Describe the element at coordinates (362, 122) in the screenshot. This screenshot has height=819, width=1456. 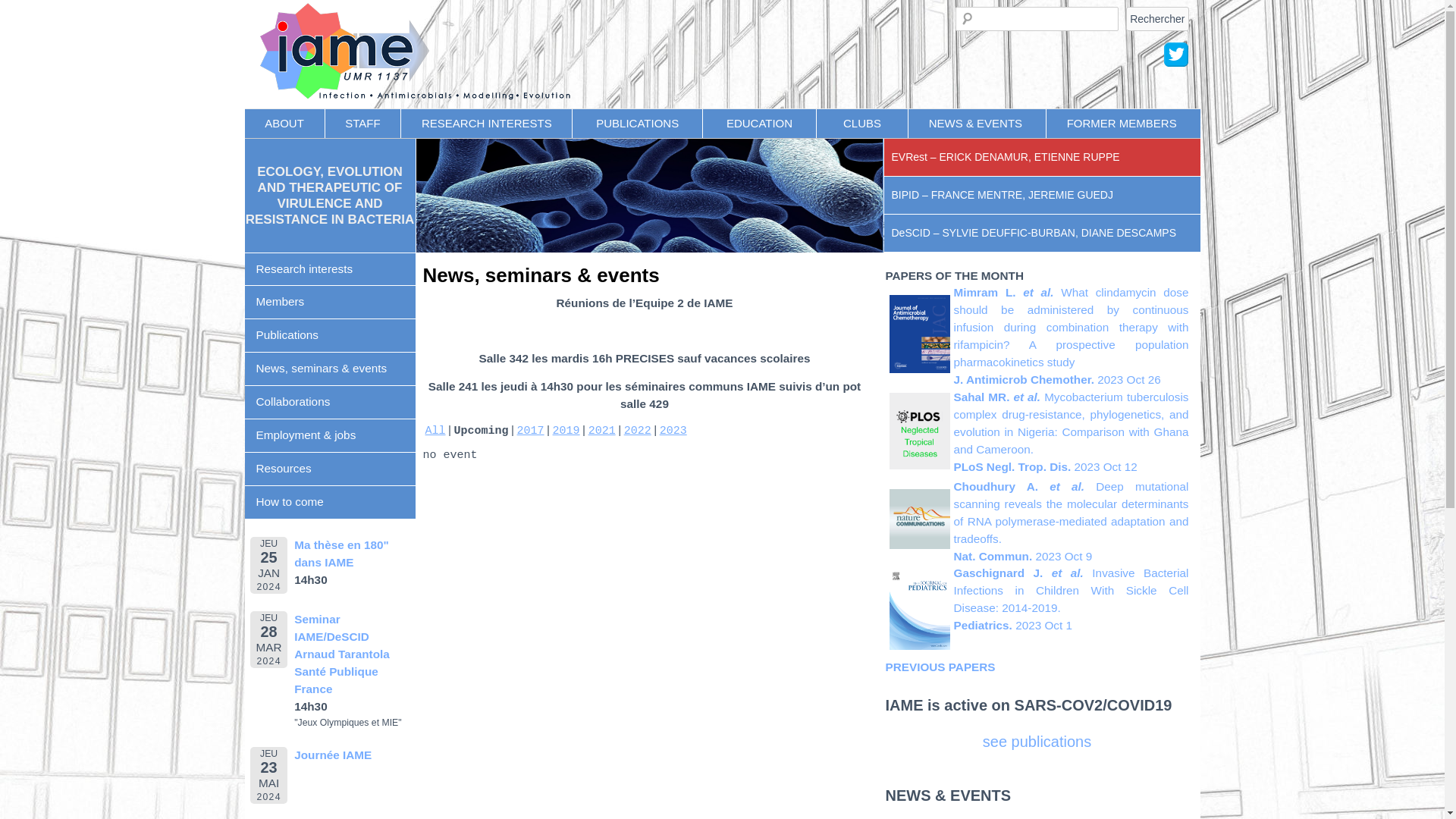
I see `'STAFF'` at that location.